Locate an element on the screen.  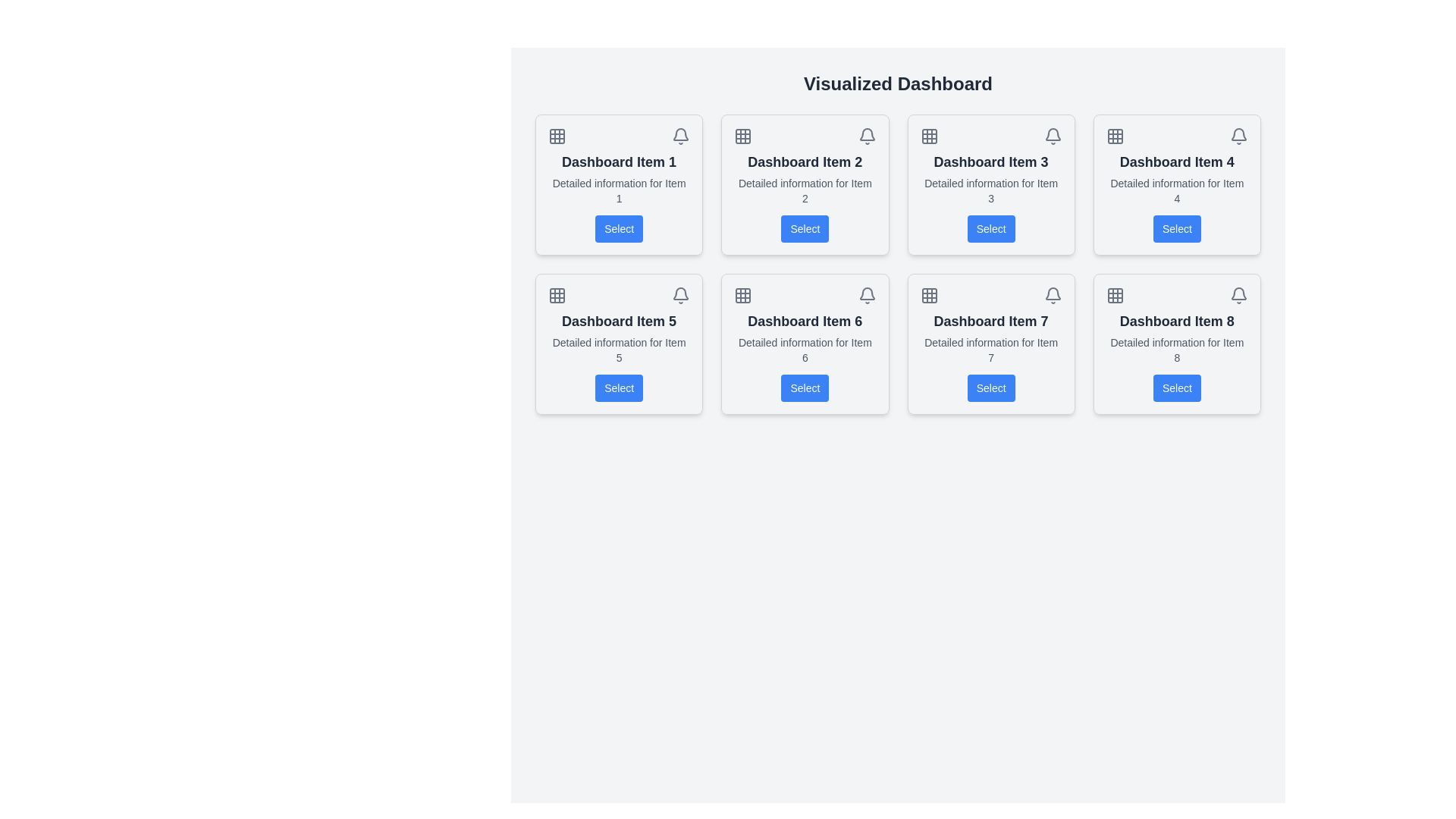
the button that allows users to trigger an action related to 'Dashboard Item 7', located in the second row, third column of the grid layout is located at coordinates (991, 388).